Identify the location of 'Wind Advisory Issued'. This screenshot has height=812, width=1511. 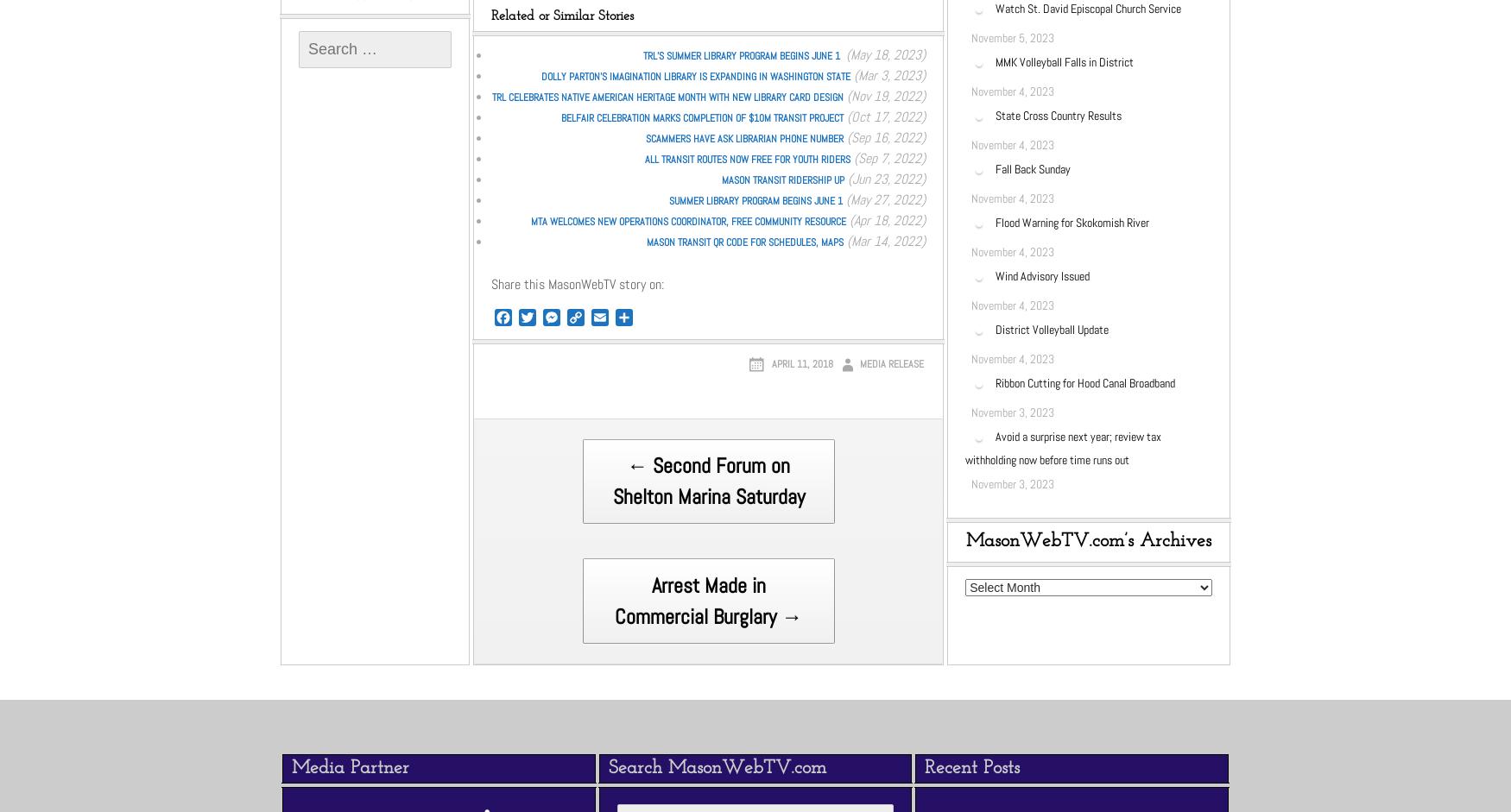
(995, 274).